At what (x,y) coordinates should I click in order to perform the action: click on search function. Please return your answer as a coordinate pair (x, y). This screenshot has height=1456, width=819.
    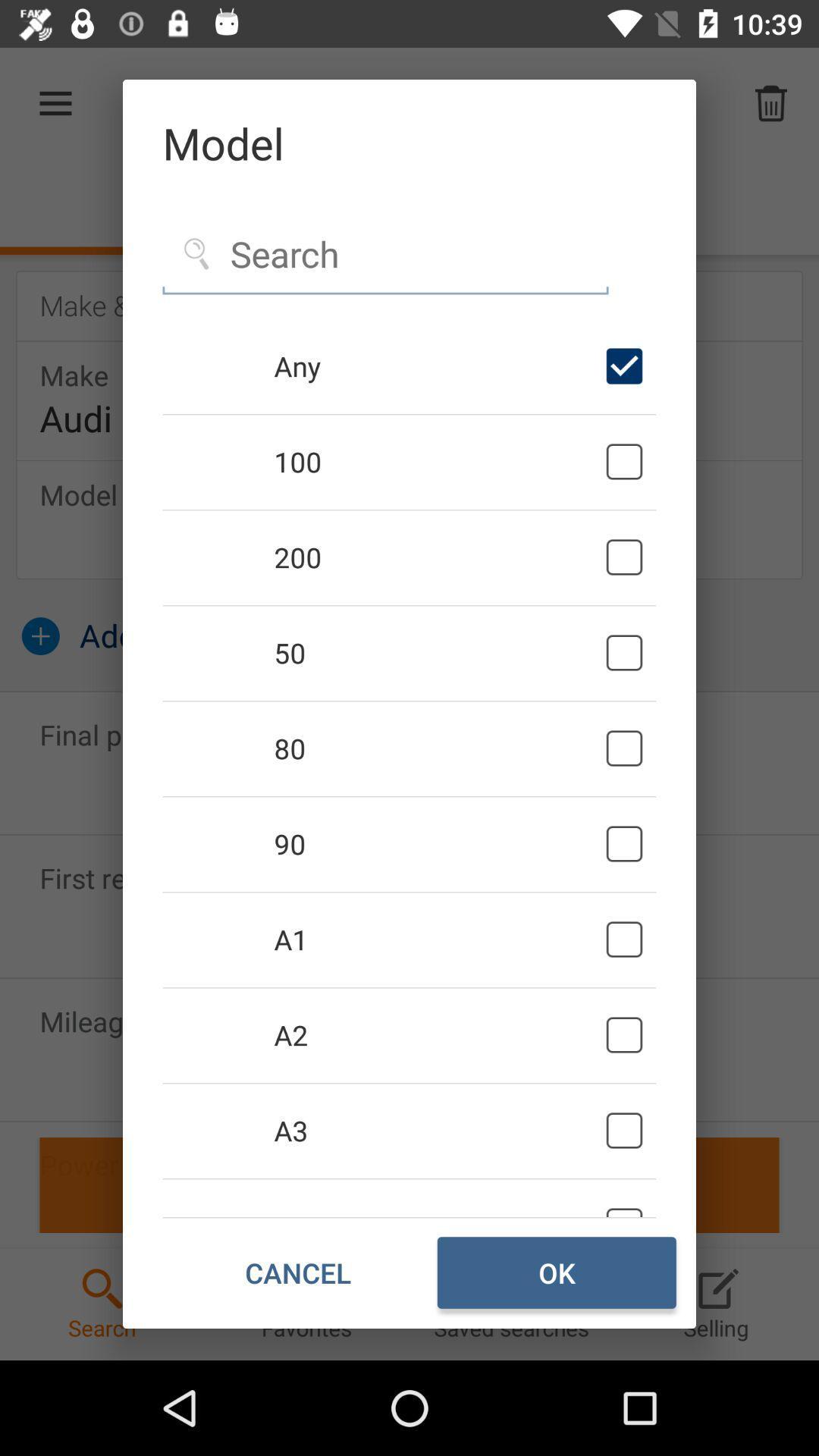
    Looking at the image, I should click on (384, 255).